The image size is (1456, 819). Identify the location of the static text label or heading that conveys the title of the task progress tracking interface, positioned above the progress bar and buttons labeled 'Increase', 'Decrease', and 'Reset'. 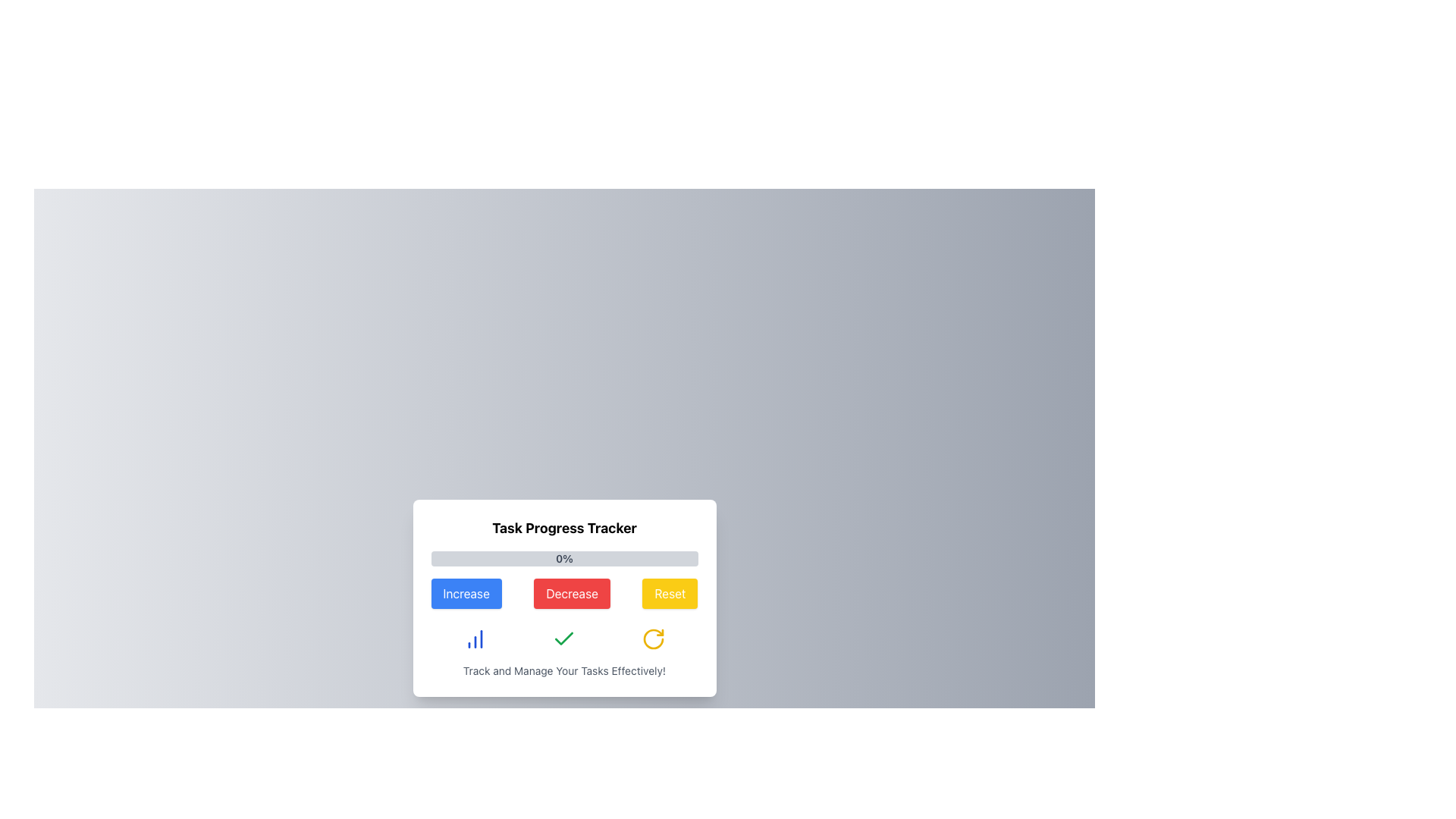
(563, 528).